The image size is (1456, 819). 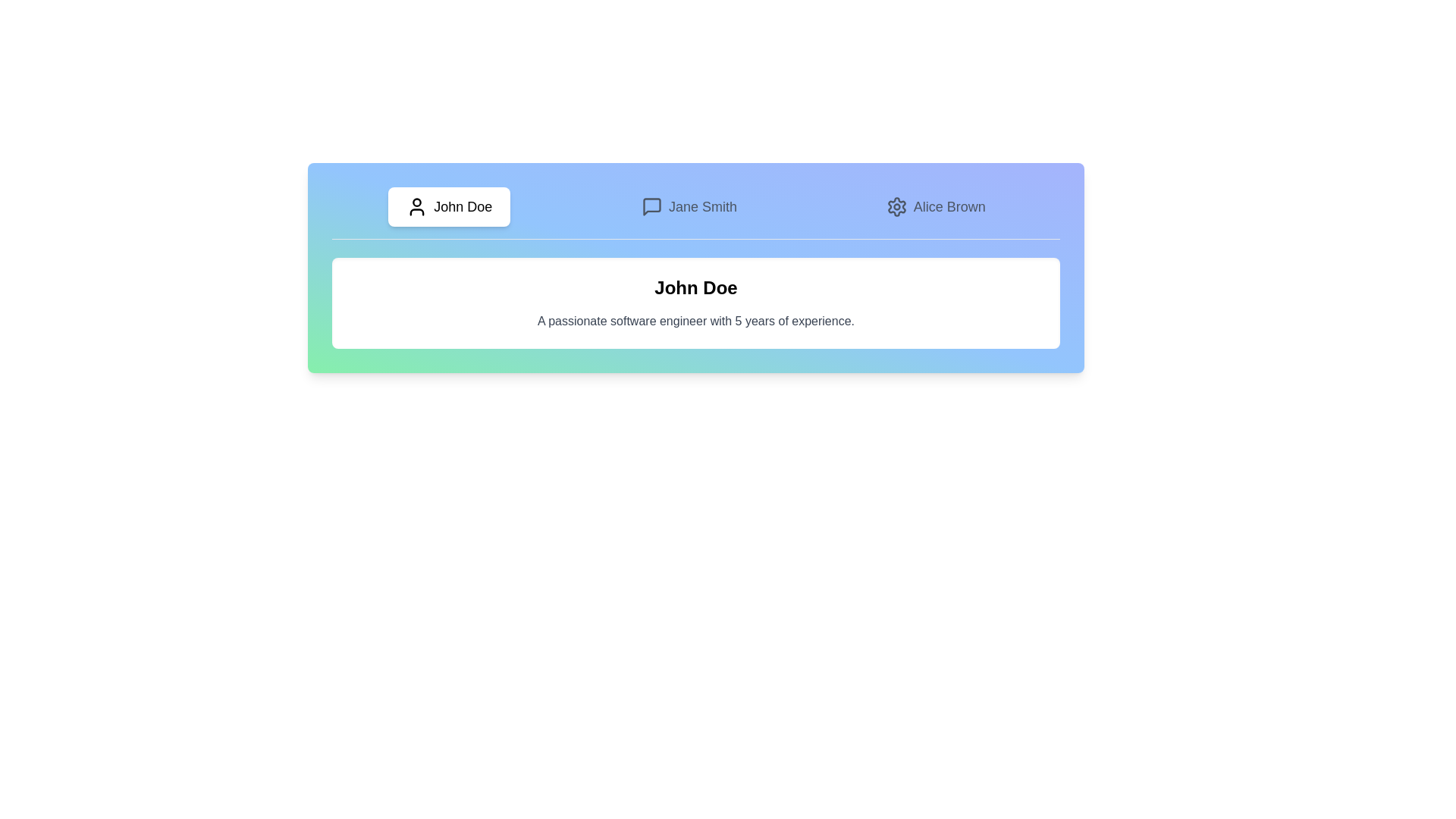 I want to click on the tab corresponding to the user profile Alice Brown, so click(x=935, y=207).